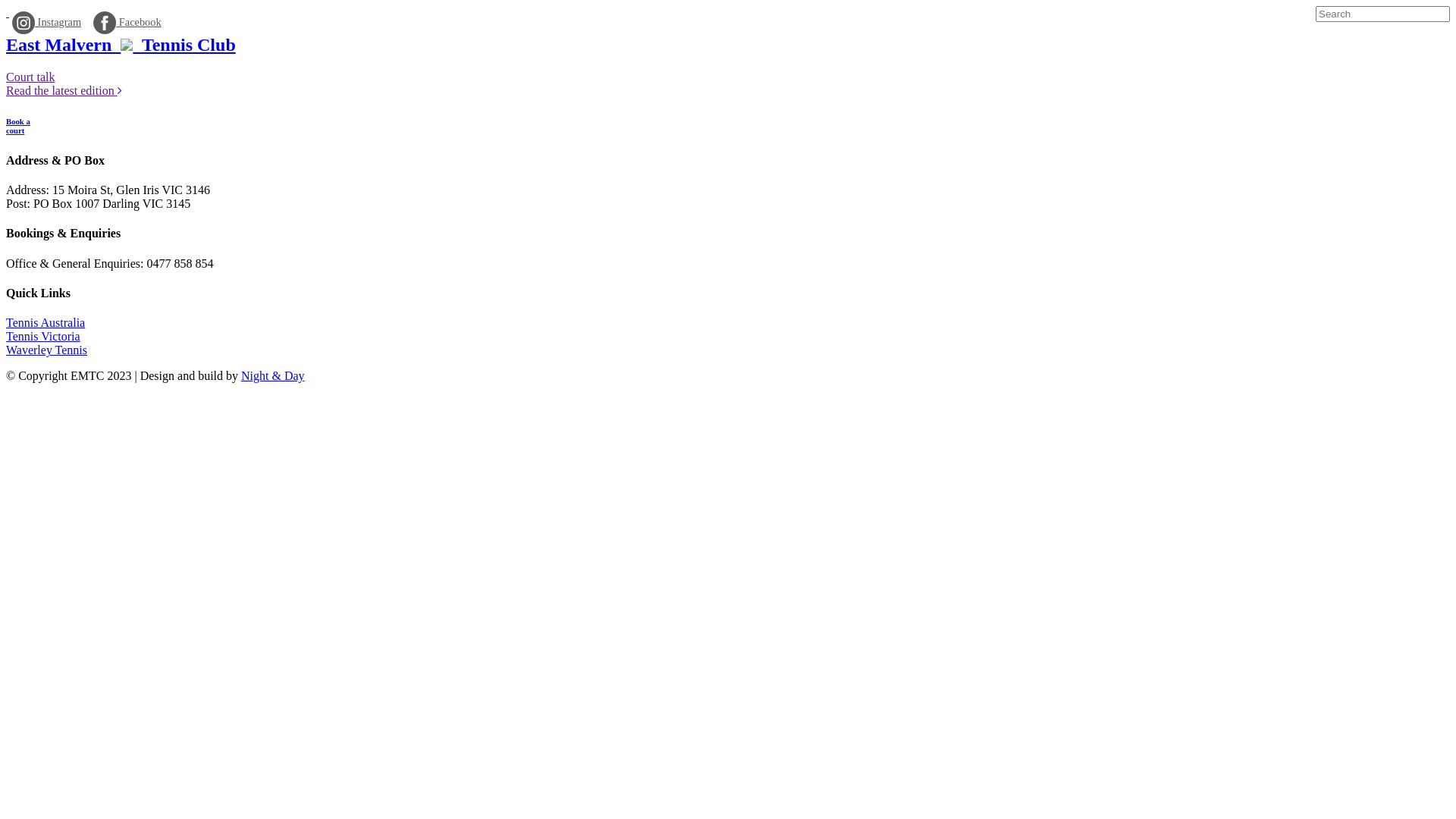 This screenshot has height=819, width=1456. Describe the element at coordinates (127, 23) in the screenshot. I see `'Facebook'` at that location.